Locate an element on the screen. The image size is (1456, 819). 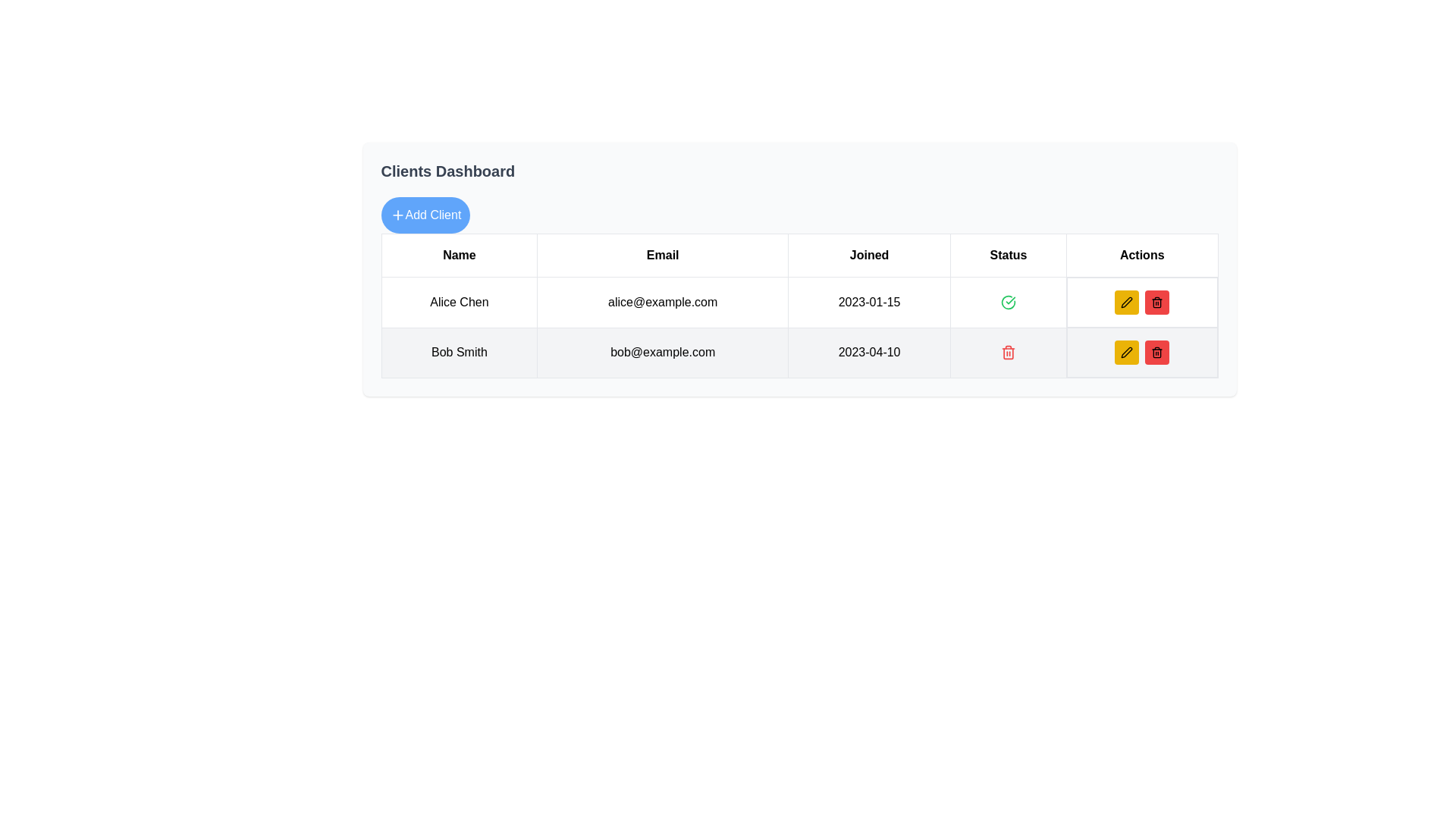
the leftmost button in the 'Actions' column of the second row in the data table to initiate editing is located at coordinates (1127, 353).